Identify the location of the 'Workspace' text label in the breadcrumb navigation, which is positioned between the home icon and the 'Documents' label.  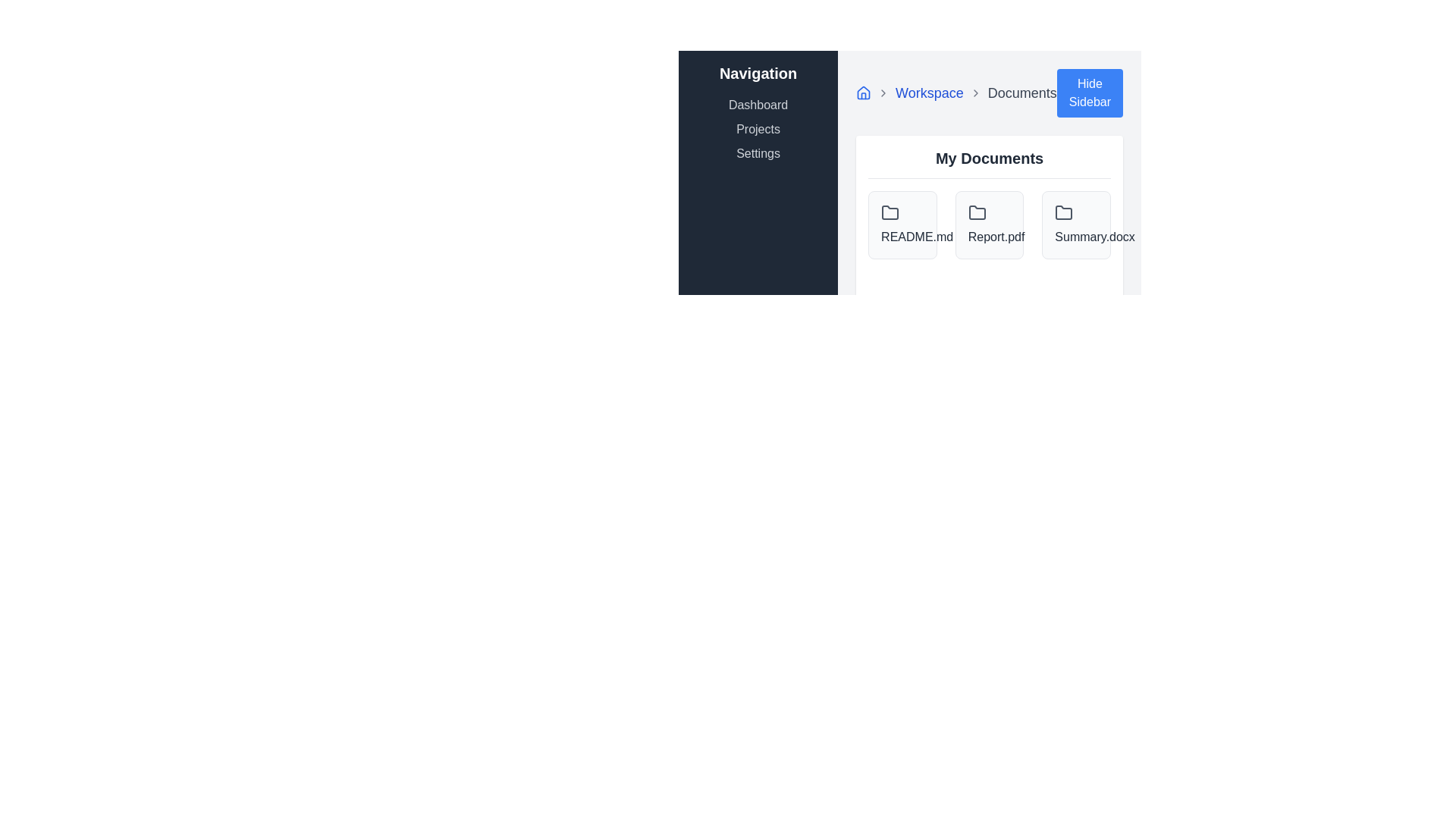
(928, 93).